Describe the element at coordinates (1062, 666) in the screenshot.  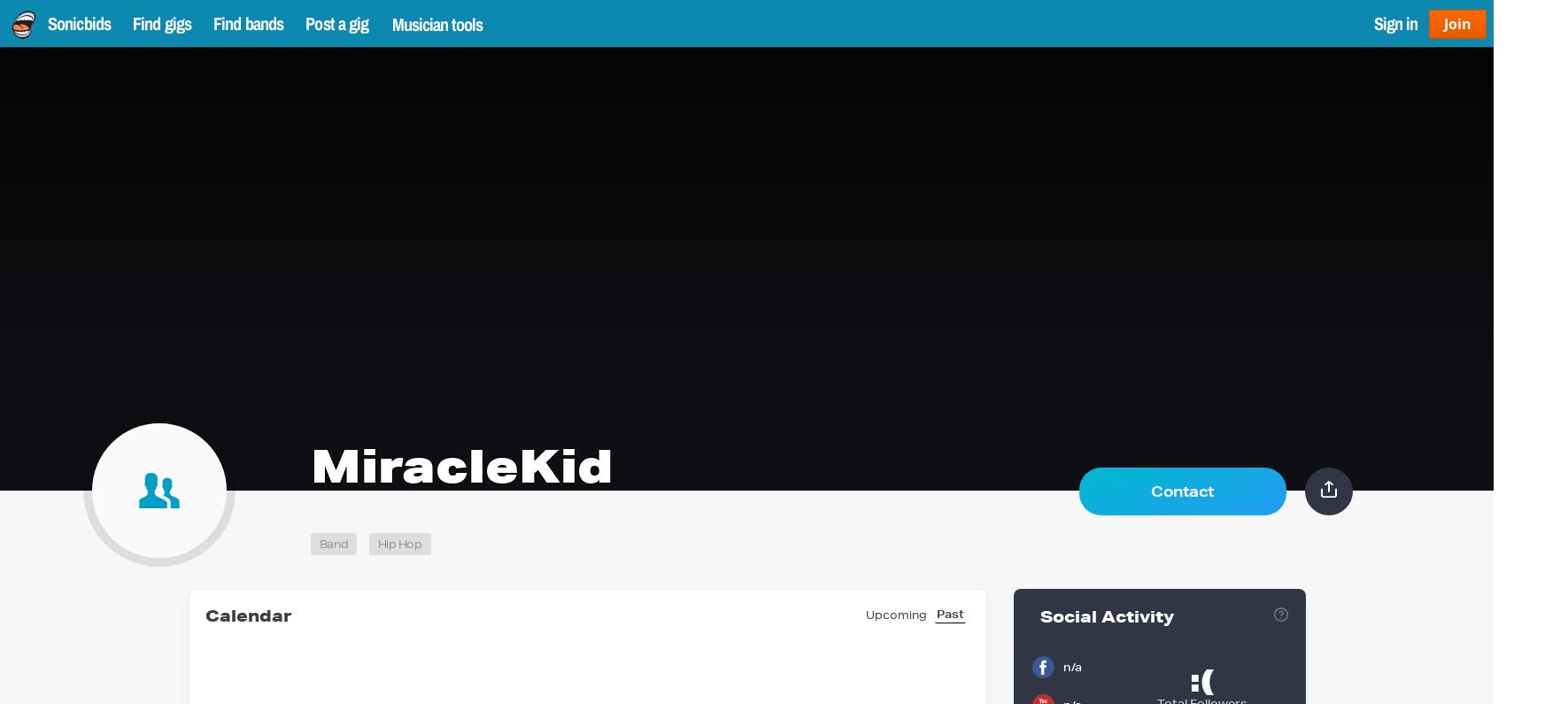
I see `'n/a'` at that location.